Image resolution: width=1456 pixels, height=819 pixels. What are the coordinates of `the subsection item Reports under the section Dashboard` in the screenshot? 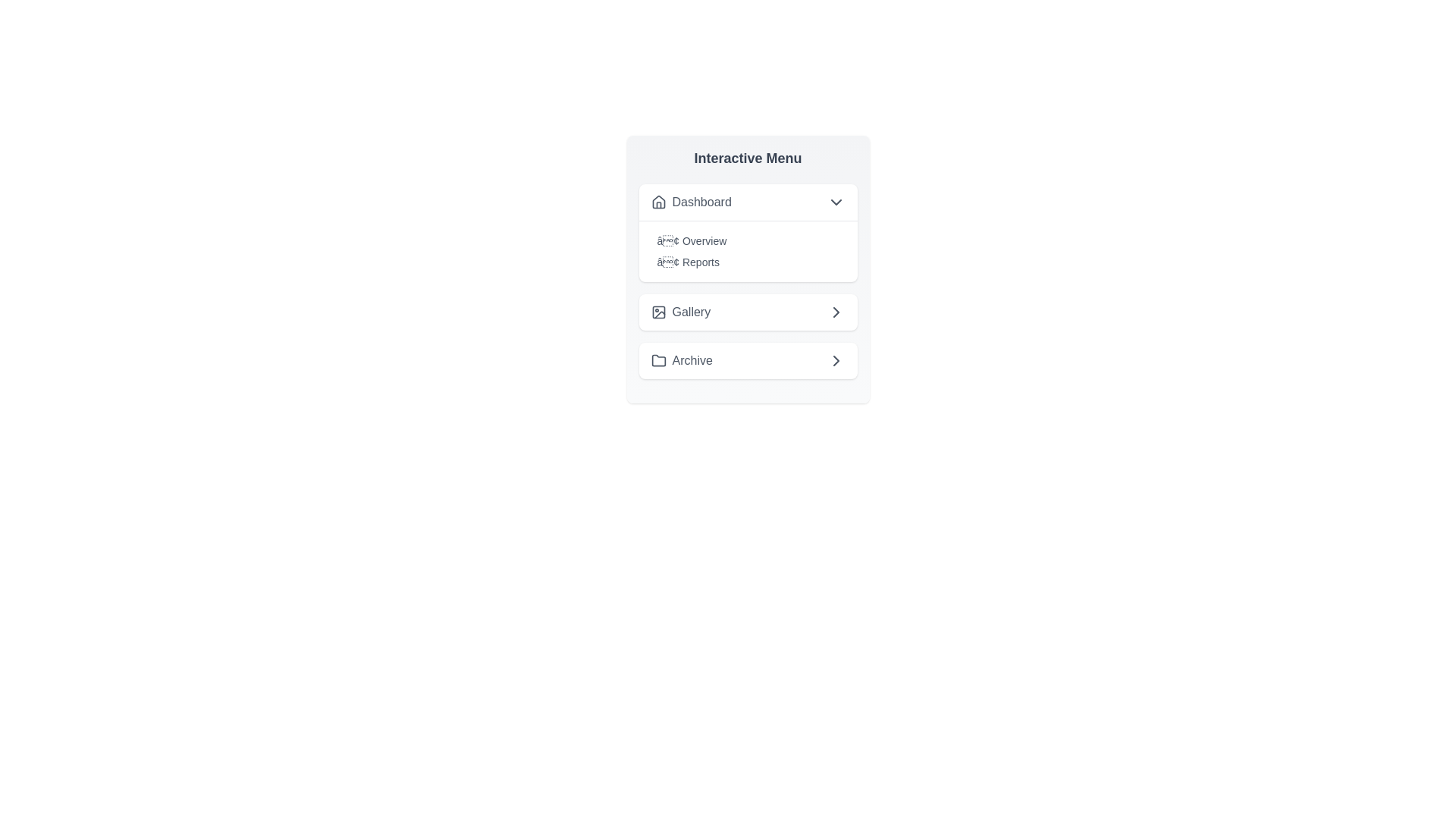 It's located at (748, 262).